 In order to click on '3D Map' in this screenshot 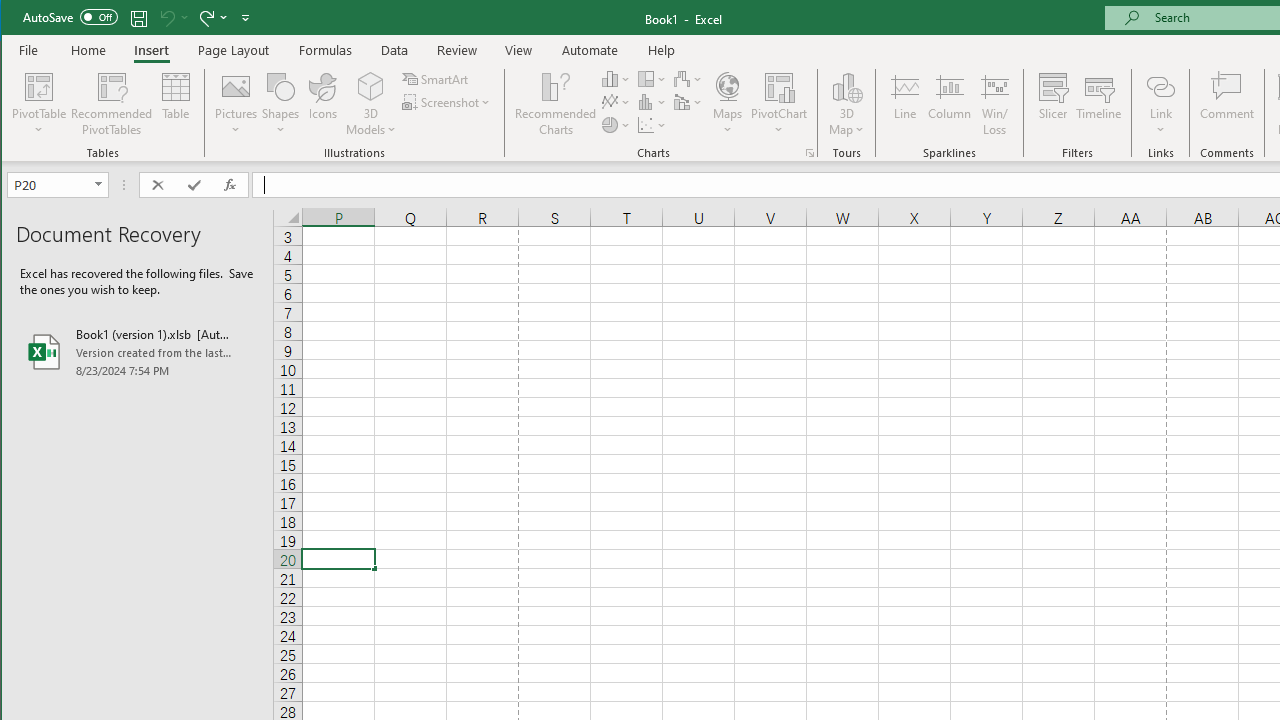, I will do `click(846, 85)`.